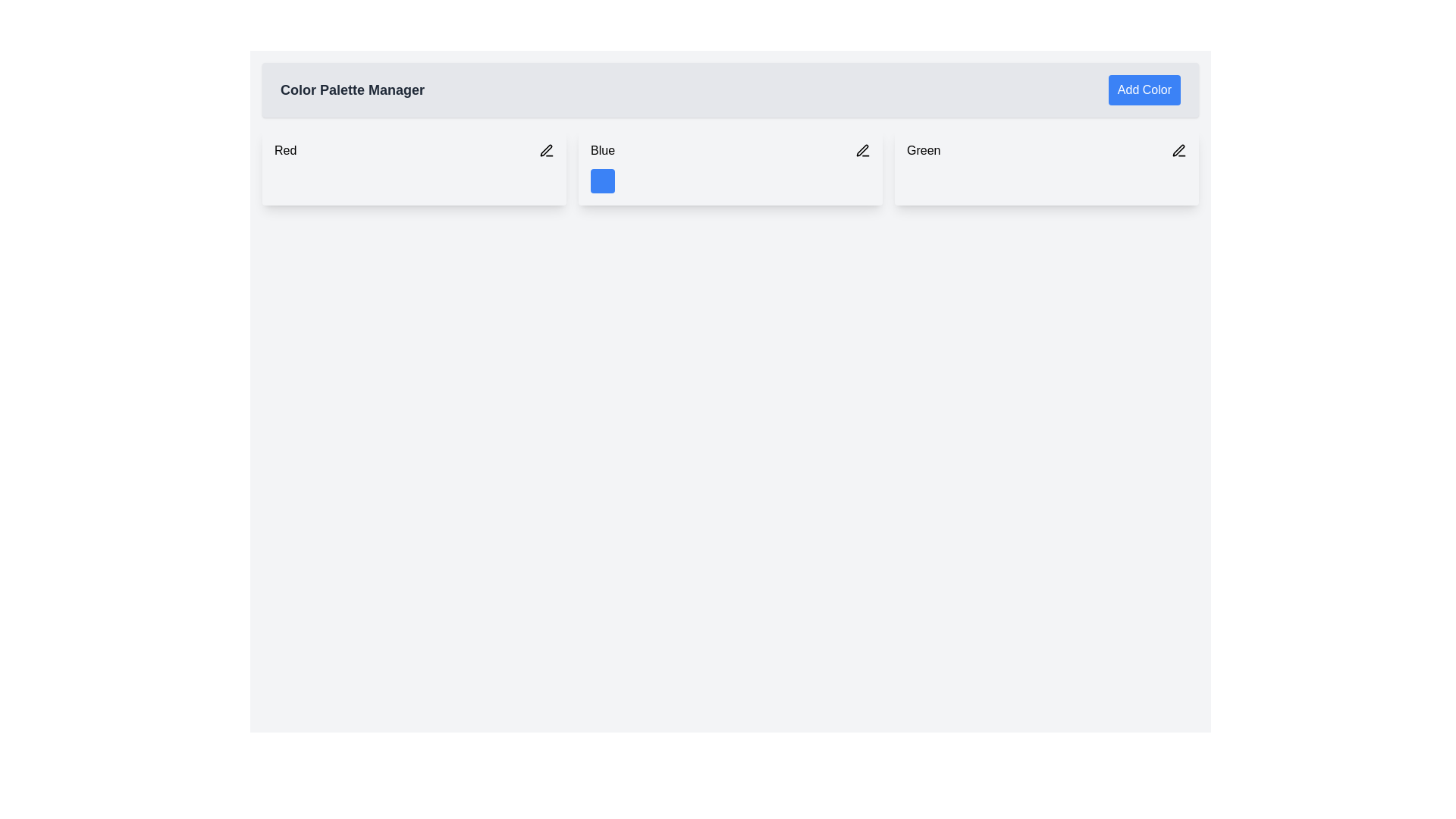 Image resolution: width=1456 pixels, height=819 pixels. What do you see at coordinates (979, 180) in the screenshot?
I see `the third green static visual indicator, which is part of a horizontal sequence of similar elements within the 'Green' card` at bounding box center [979, 180].